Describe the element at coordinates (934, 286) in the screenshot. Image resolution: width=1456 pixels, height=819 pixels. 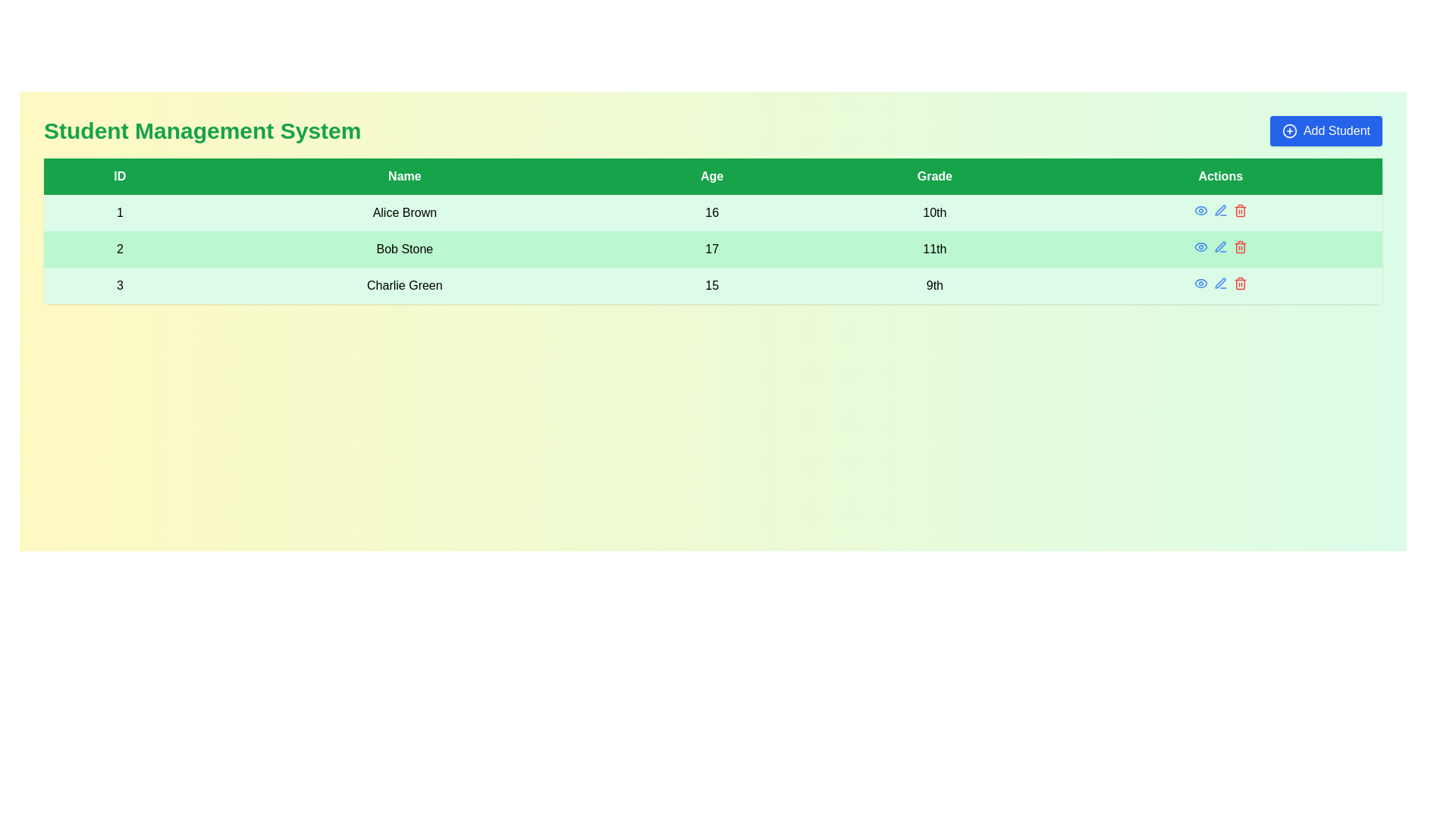
I see `the static Text label displaying the grade level information for 'Charlie Green' in the third row of the table` at that location.